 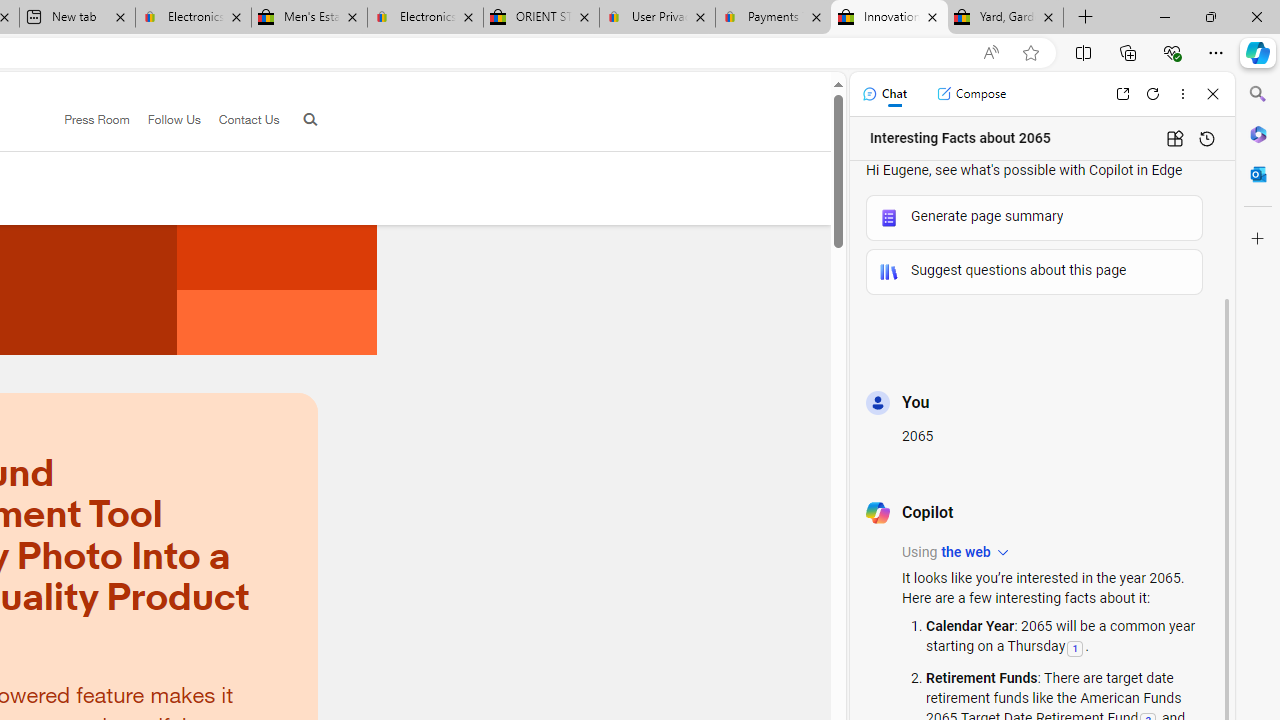 I want to click on 'Follow Us', so click(x=174, y=119).